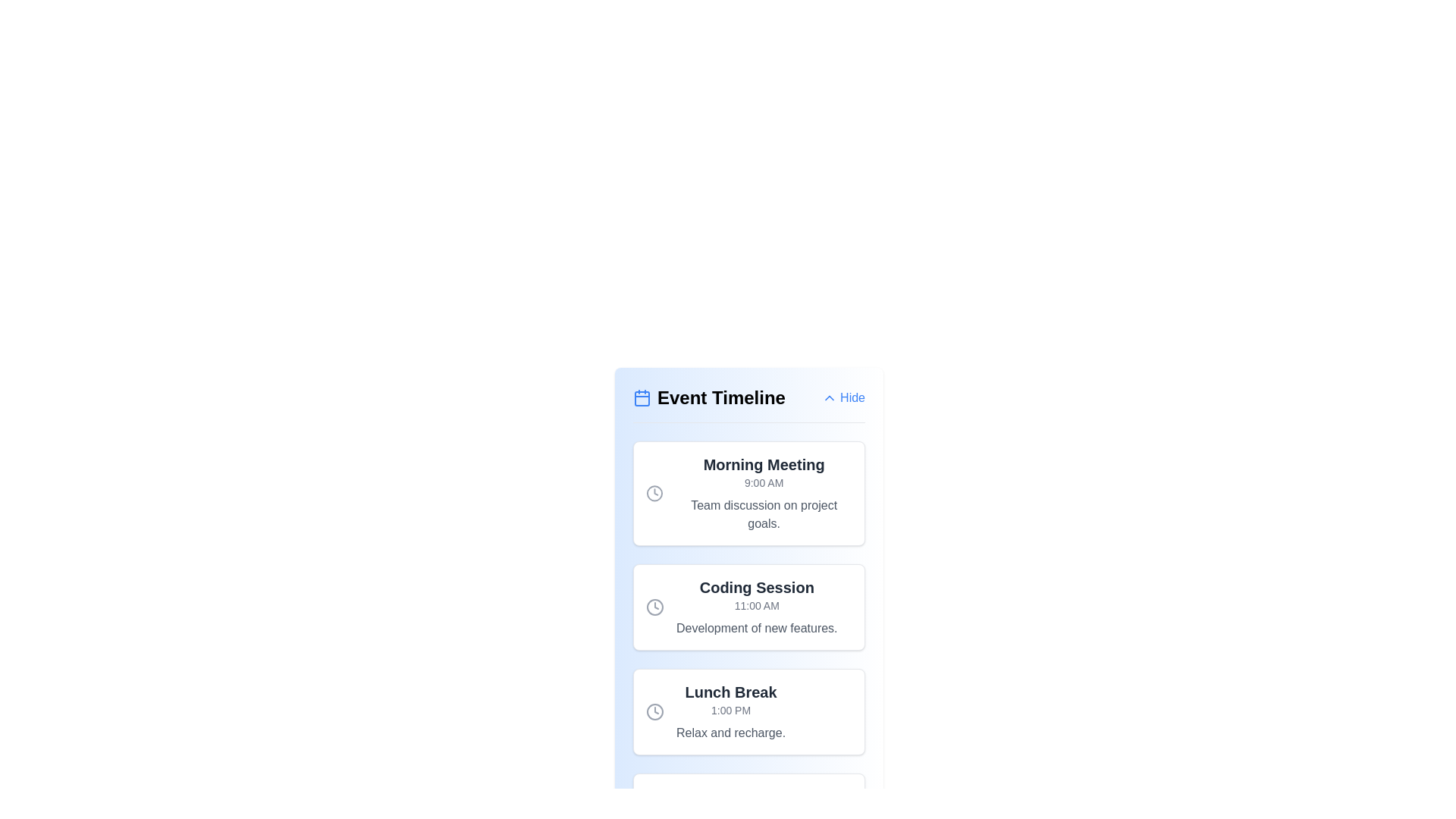  I want to click on the text element that describes the activity or task associated with the event titled 'Coding Session', which is positioned beneath '11:00 AM', so click(757, 629).